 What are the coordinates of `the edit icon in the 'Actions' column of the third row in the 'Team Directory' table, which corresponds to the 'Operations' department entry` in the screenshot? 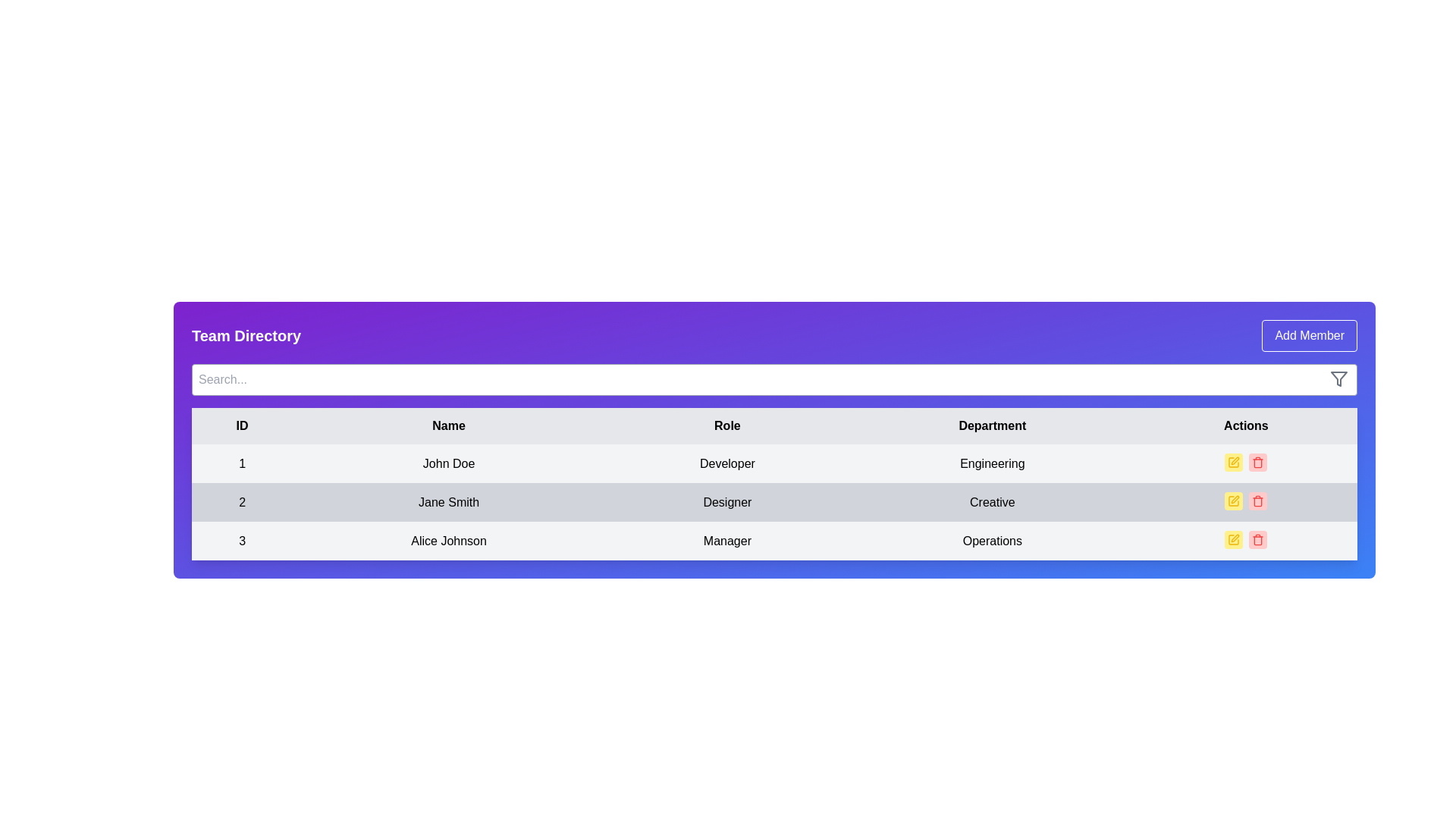 It's located at (1235, 537).